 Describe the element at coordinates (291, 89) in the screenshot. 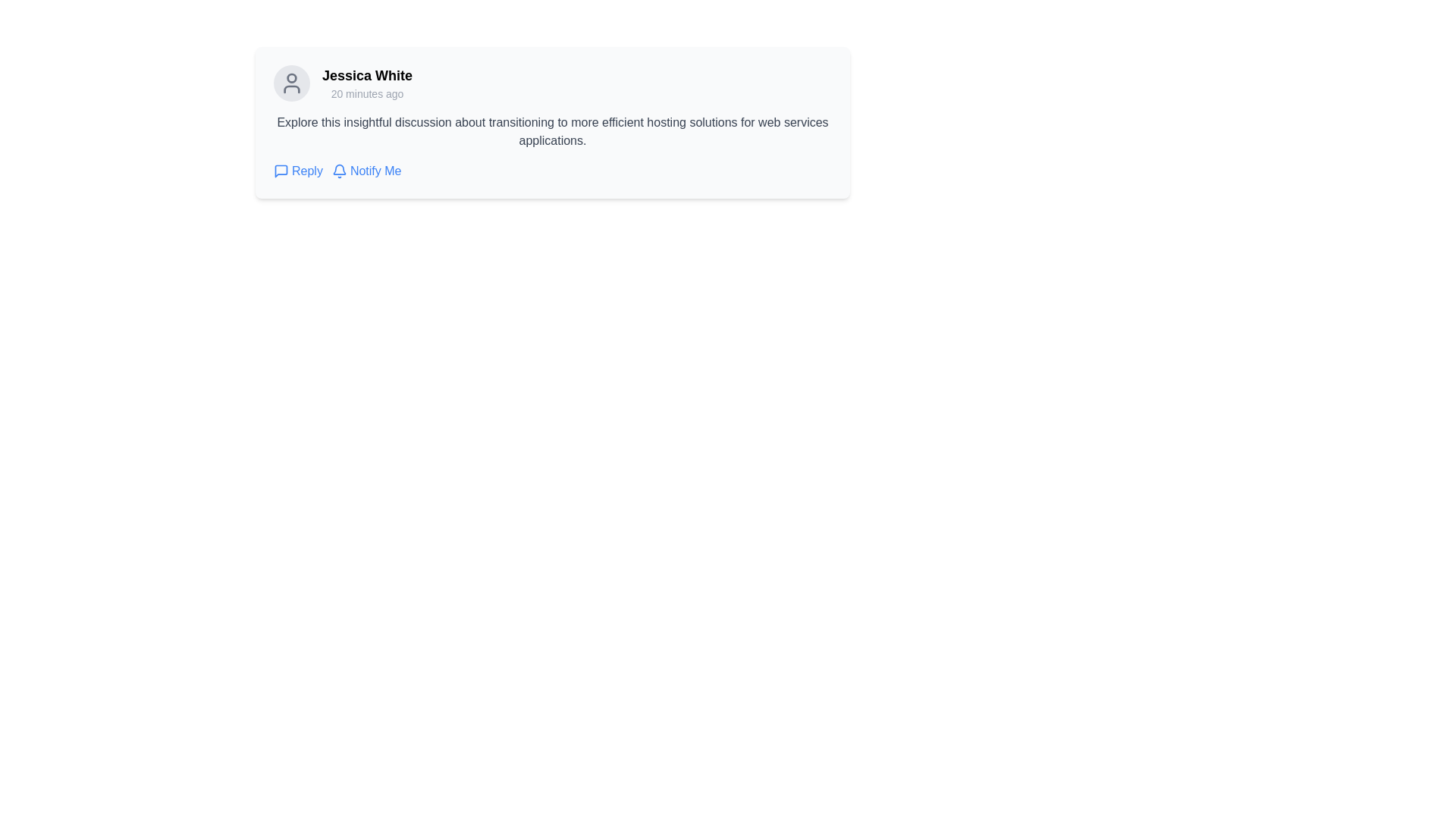

I see `the semi-circular lower part of the user icon, which represents the shoulders or chest area, located within the user profile card` at that location.